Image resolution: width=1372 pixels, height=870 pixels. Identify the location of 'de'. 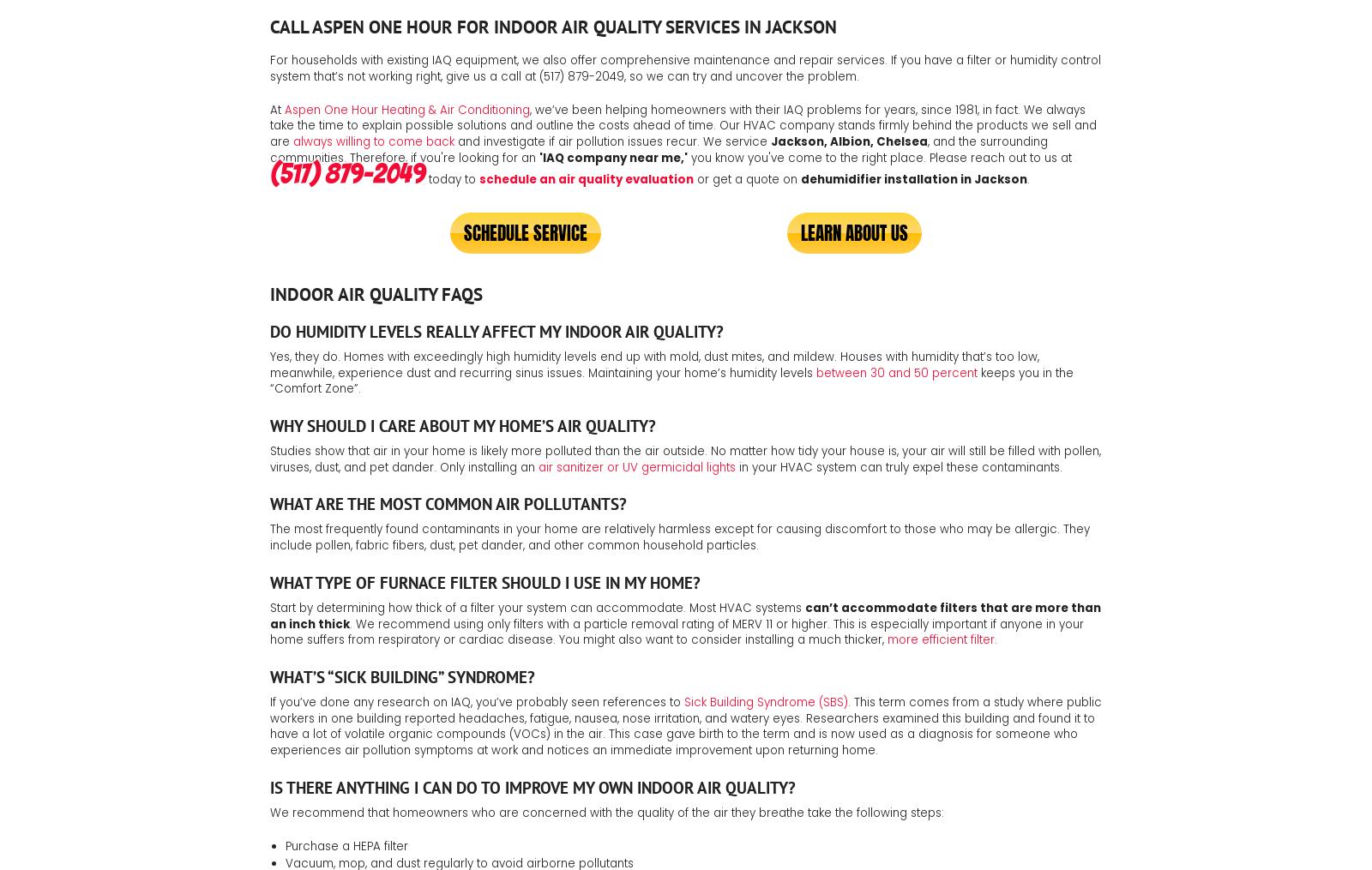
(808, 178).